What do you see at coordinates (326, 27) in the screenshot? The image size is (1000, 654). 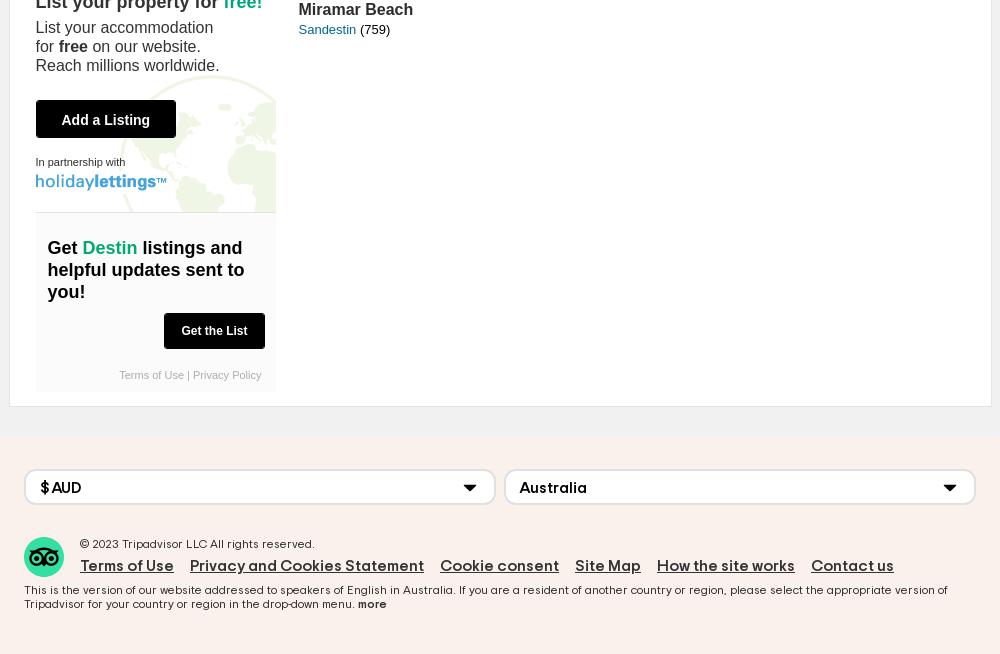 I see `'Sandestin'` at bounding box center [326, 27].